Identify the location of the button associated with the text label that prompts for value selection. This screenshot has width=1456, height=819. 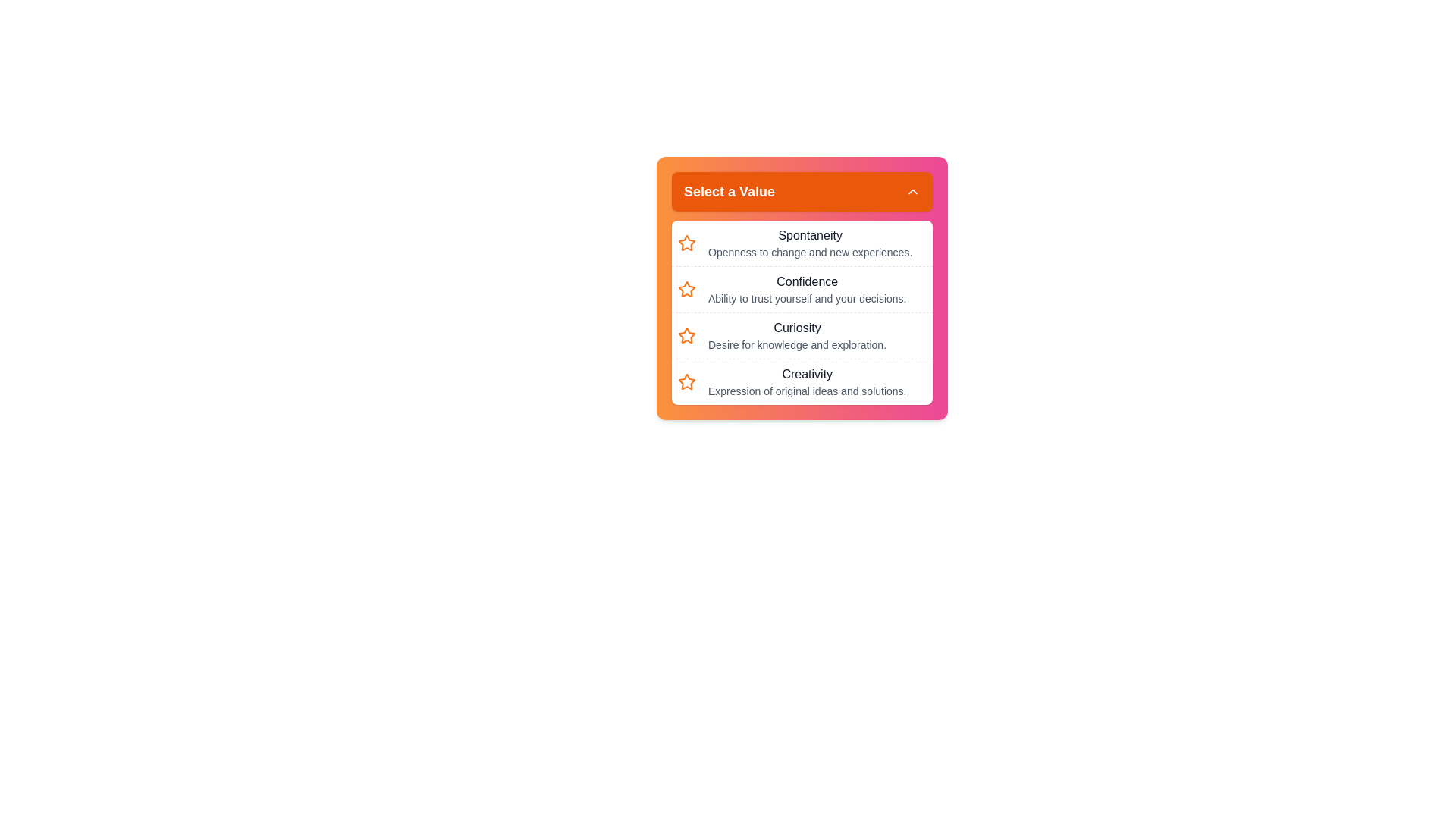
(730, 191).